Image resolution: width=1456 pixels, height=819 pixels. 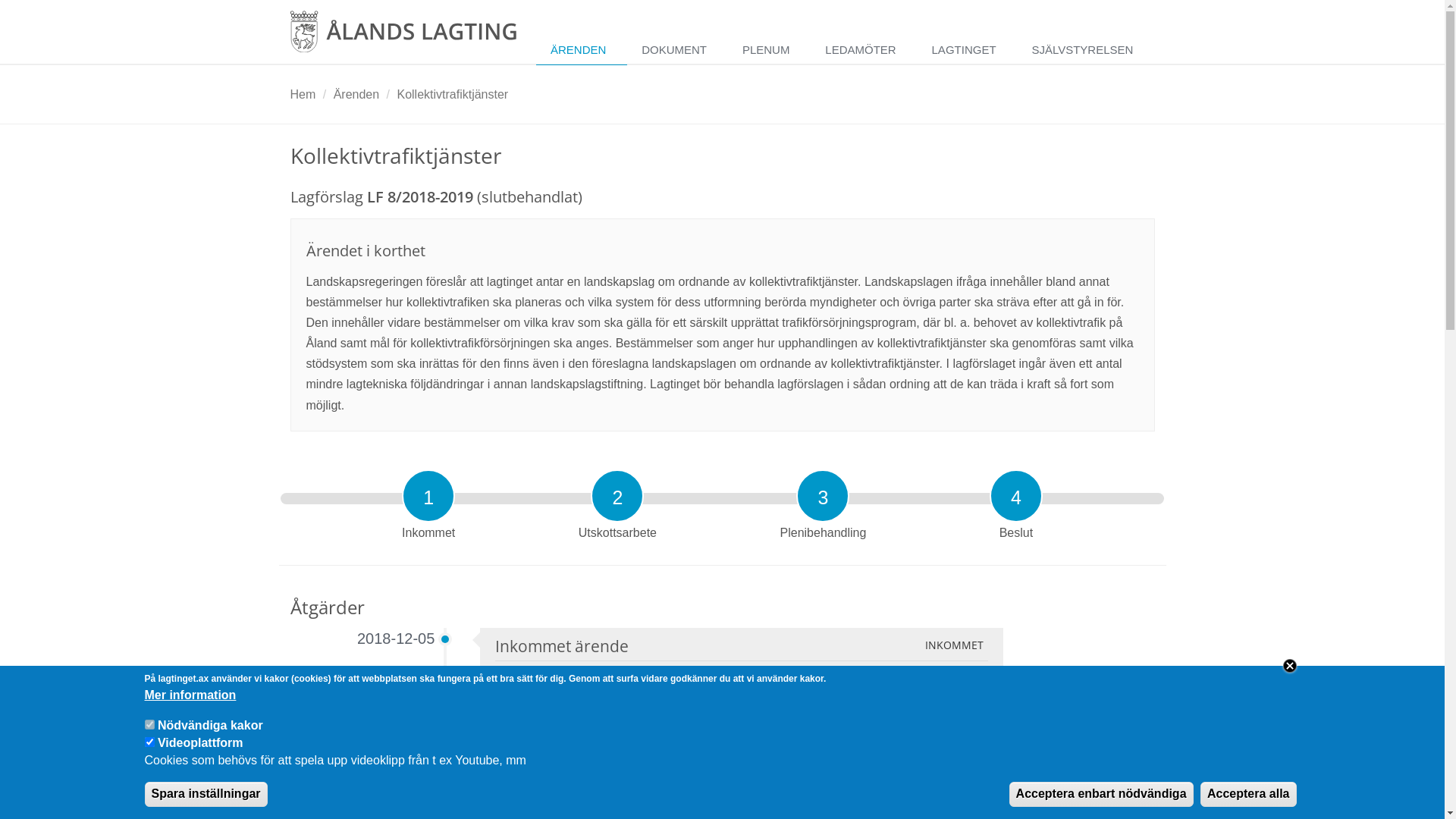 What do you see at coordinates (302, 94) in the screenshot?
I see `'Hem'` at bounding box center [302, 94].